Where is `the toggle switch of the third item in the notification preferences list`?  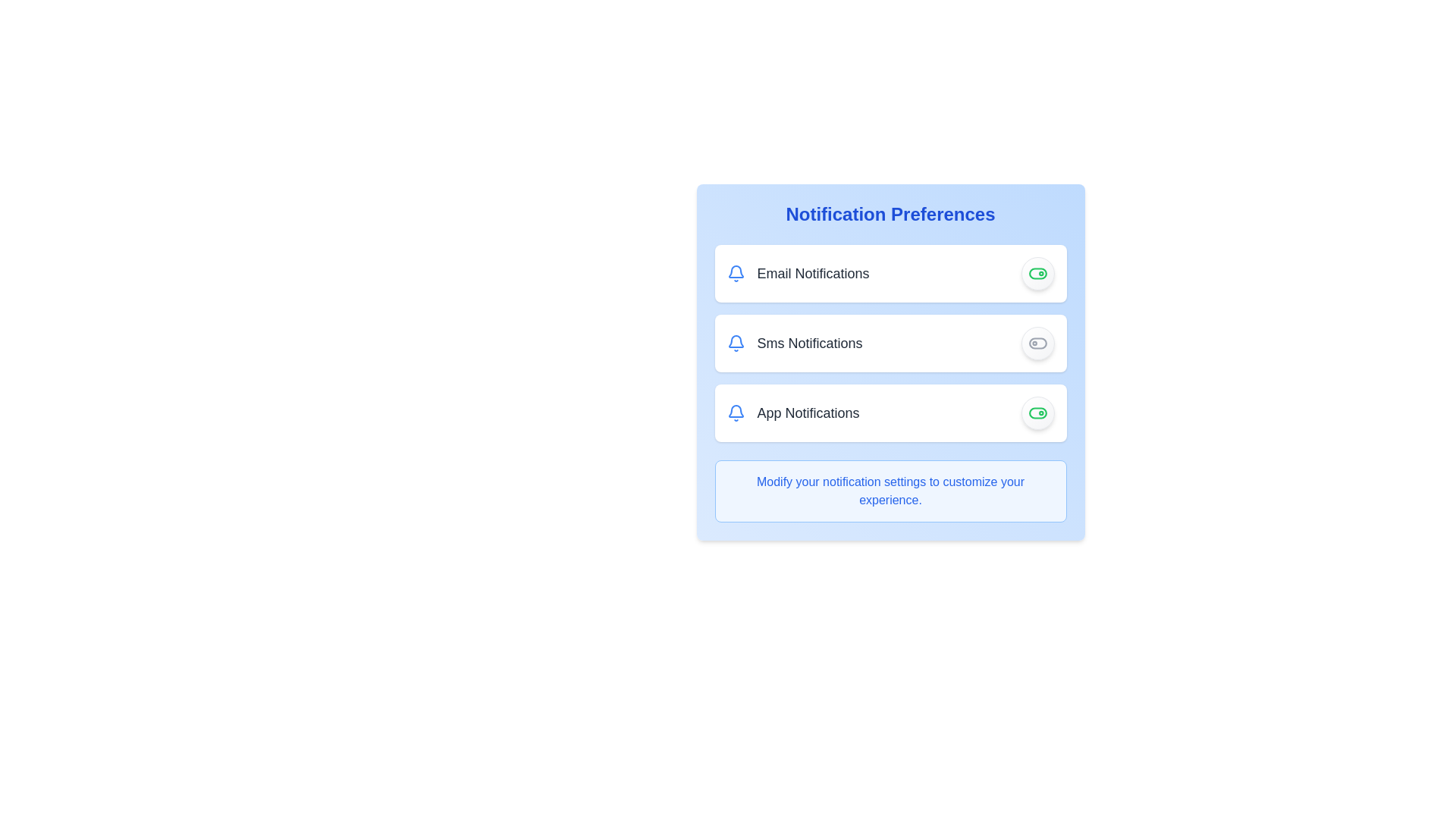
the toggle switch of the third item in the notification preferences list is located at coordinates (890, 413).